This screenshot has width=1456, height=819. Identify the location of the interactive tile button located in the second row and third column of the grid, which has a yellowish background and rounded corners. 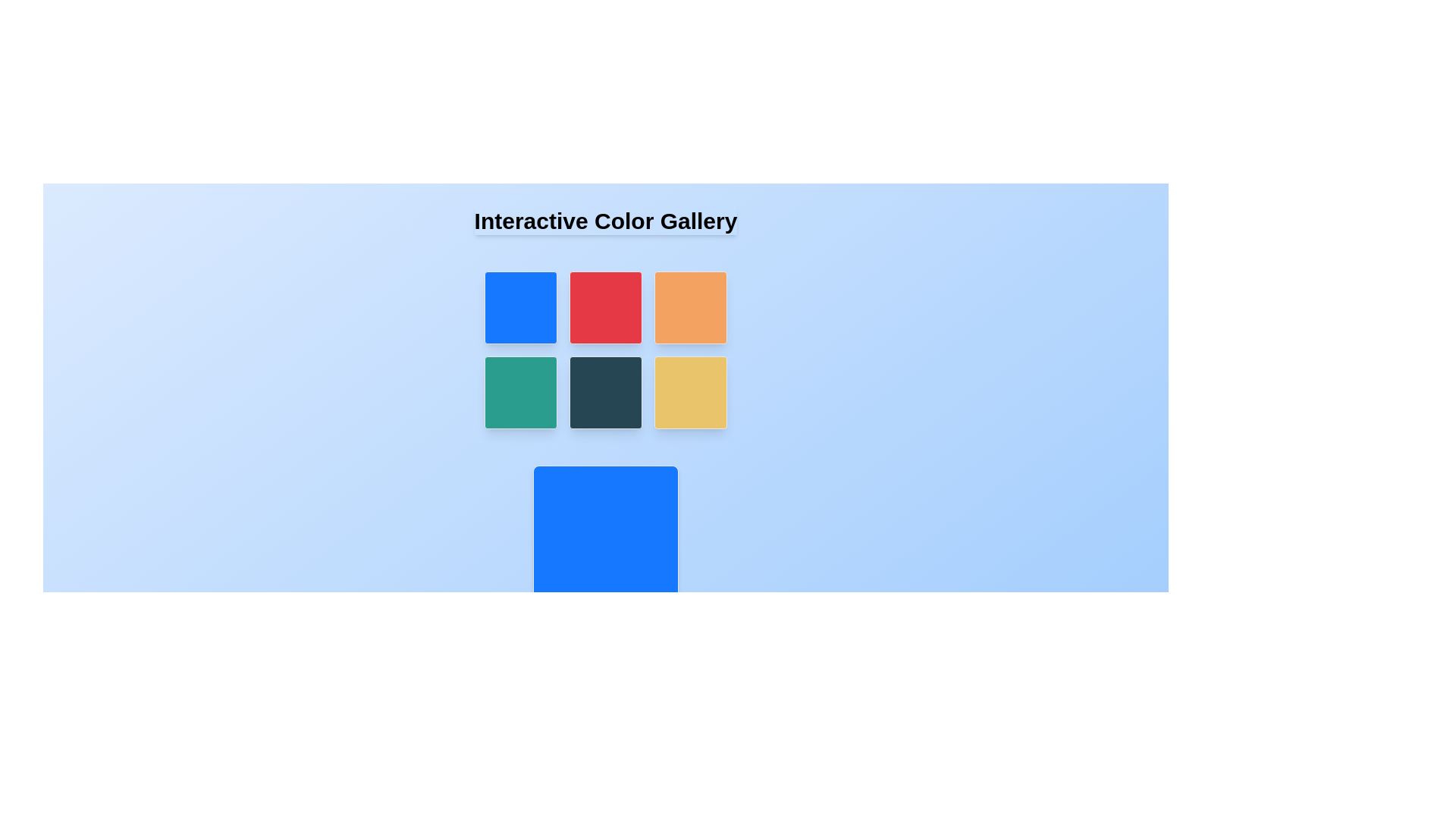
(690, 391).